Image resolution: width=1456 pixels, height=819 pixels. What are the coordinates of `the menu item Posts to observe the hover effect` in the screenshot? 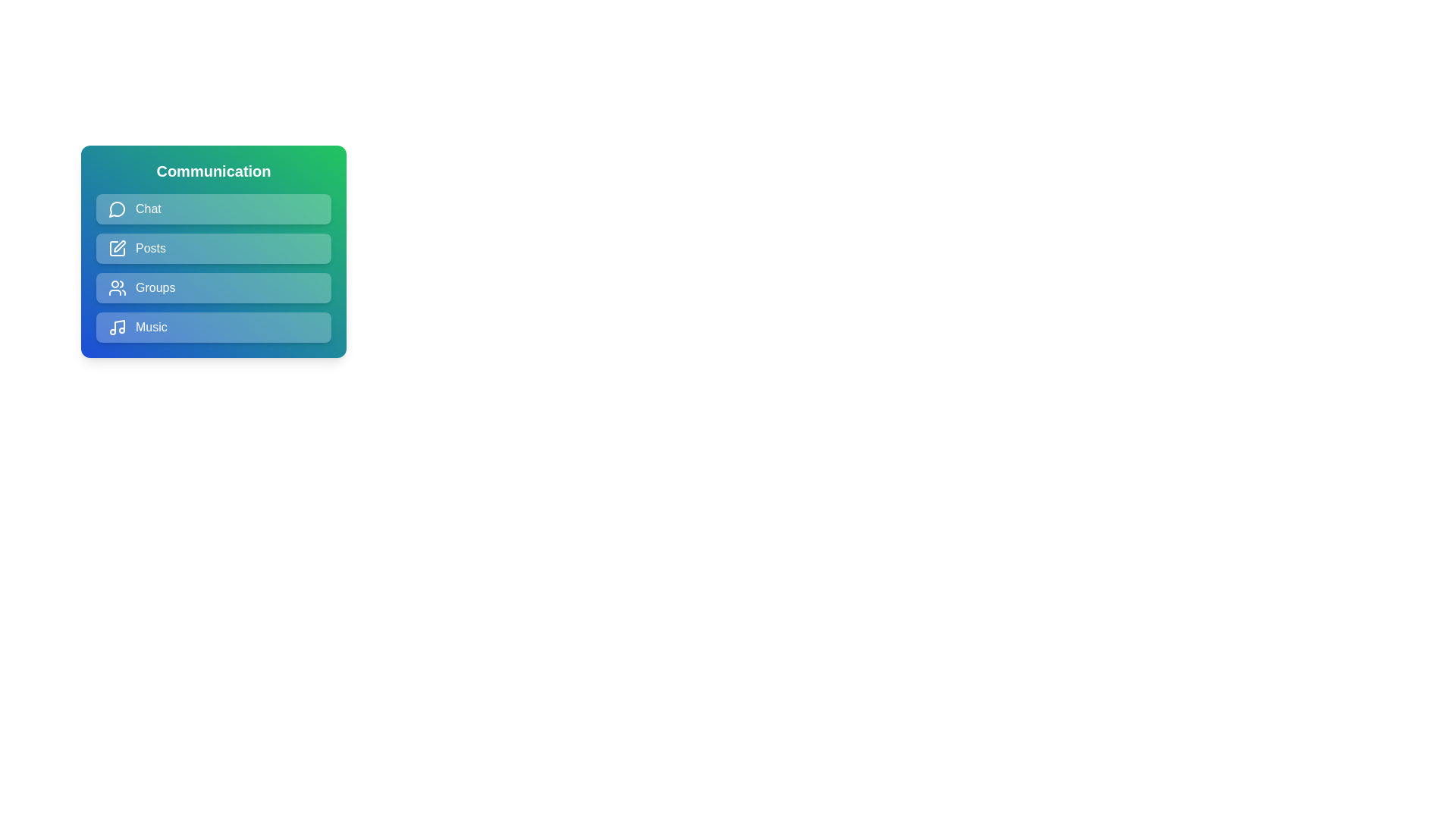 It's located at (213, 247).